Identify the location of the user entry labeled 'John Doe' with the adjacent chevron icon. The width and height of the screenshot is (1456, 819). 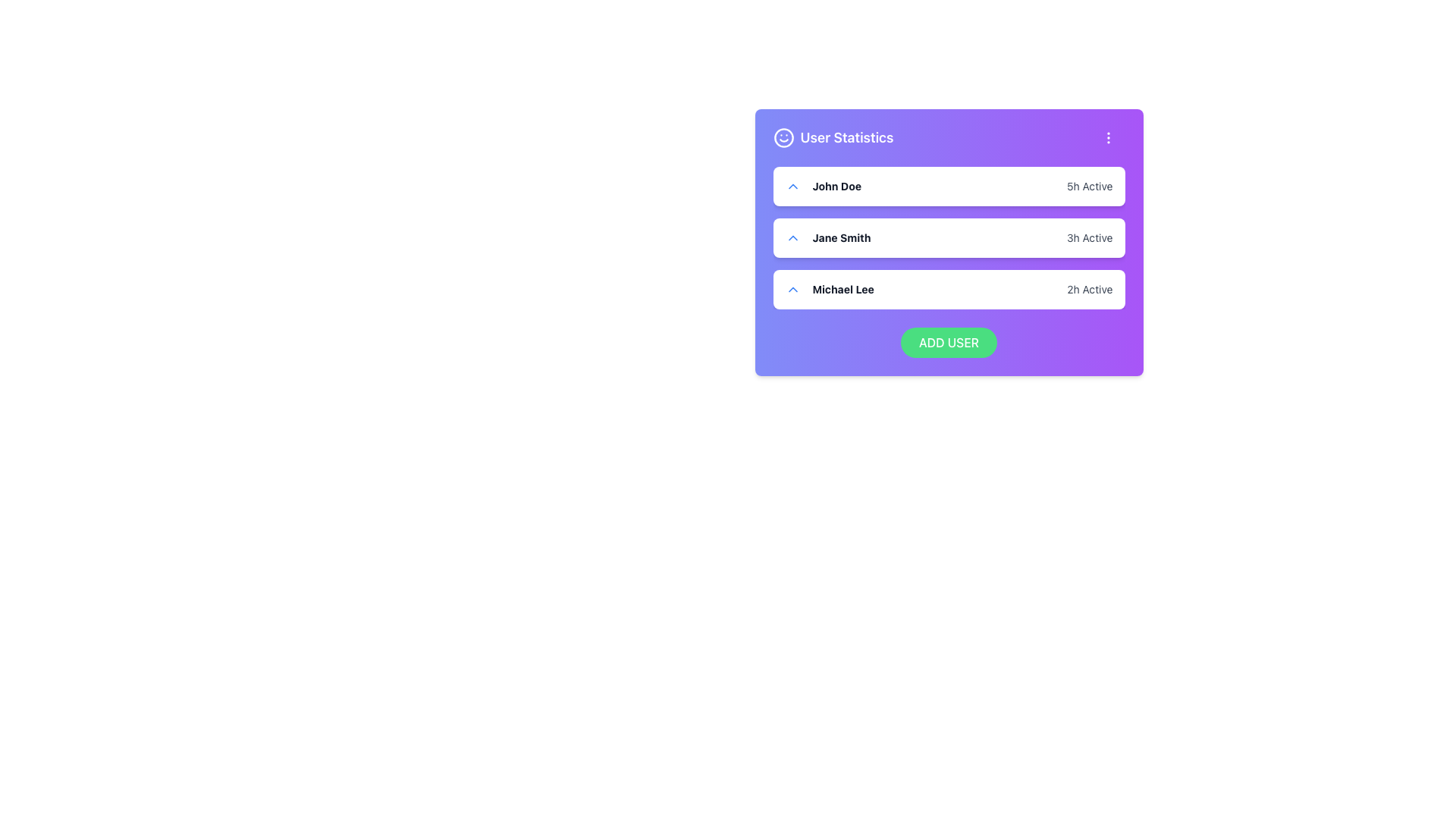
(822, 186).